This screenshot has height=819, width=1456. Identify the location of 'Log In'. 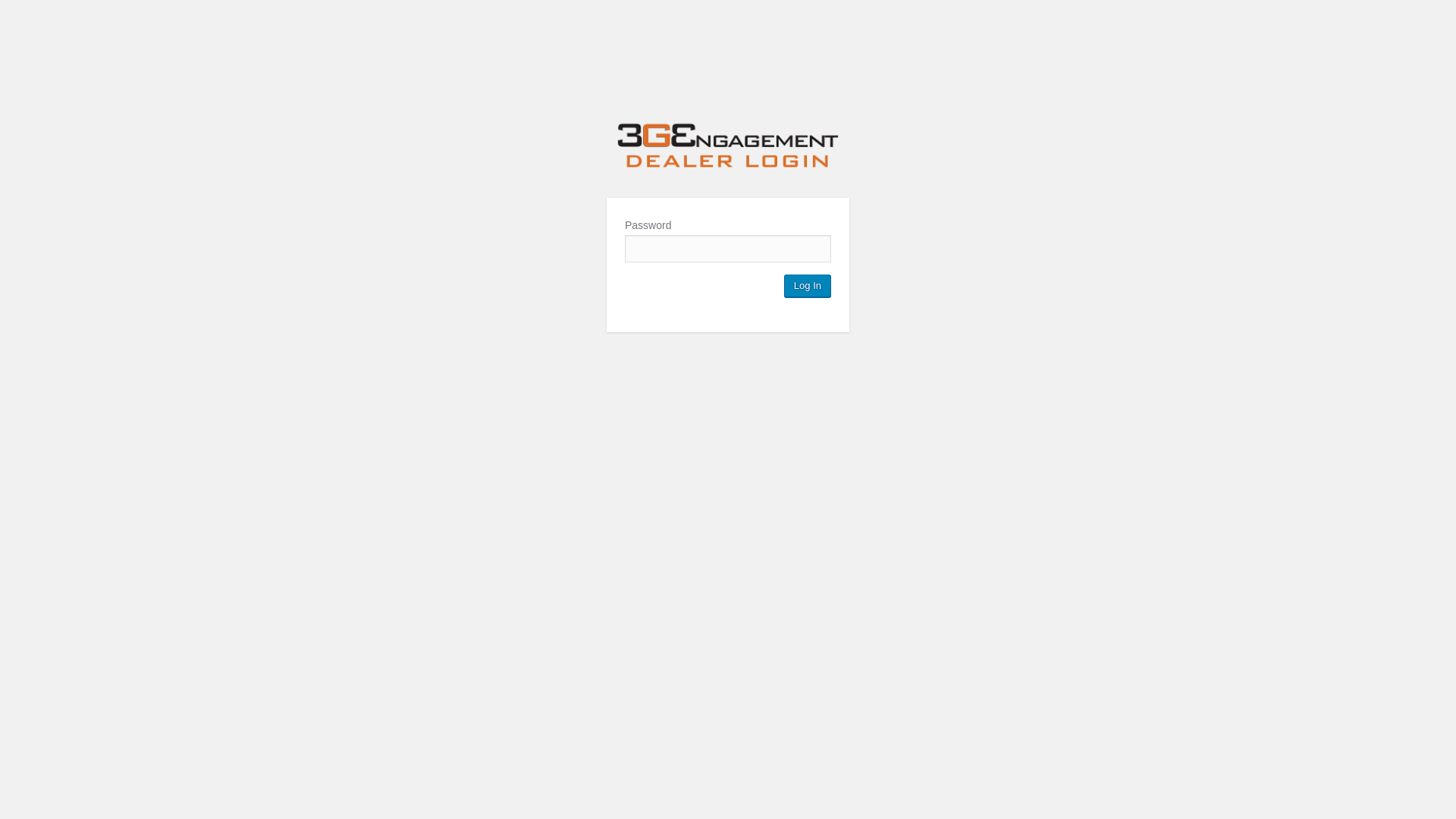
(807, 286).